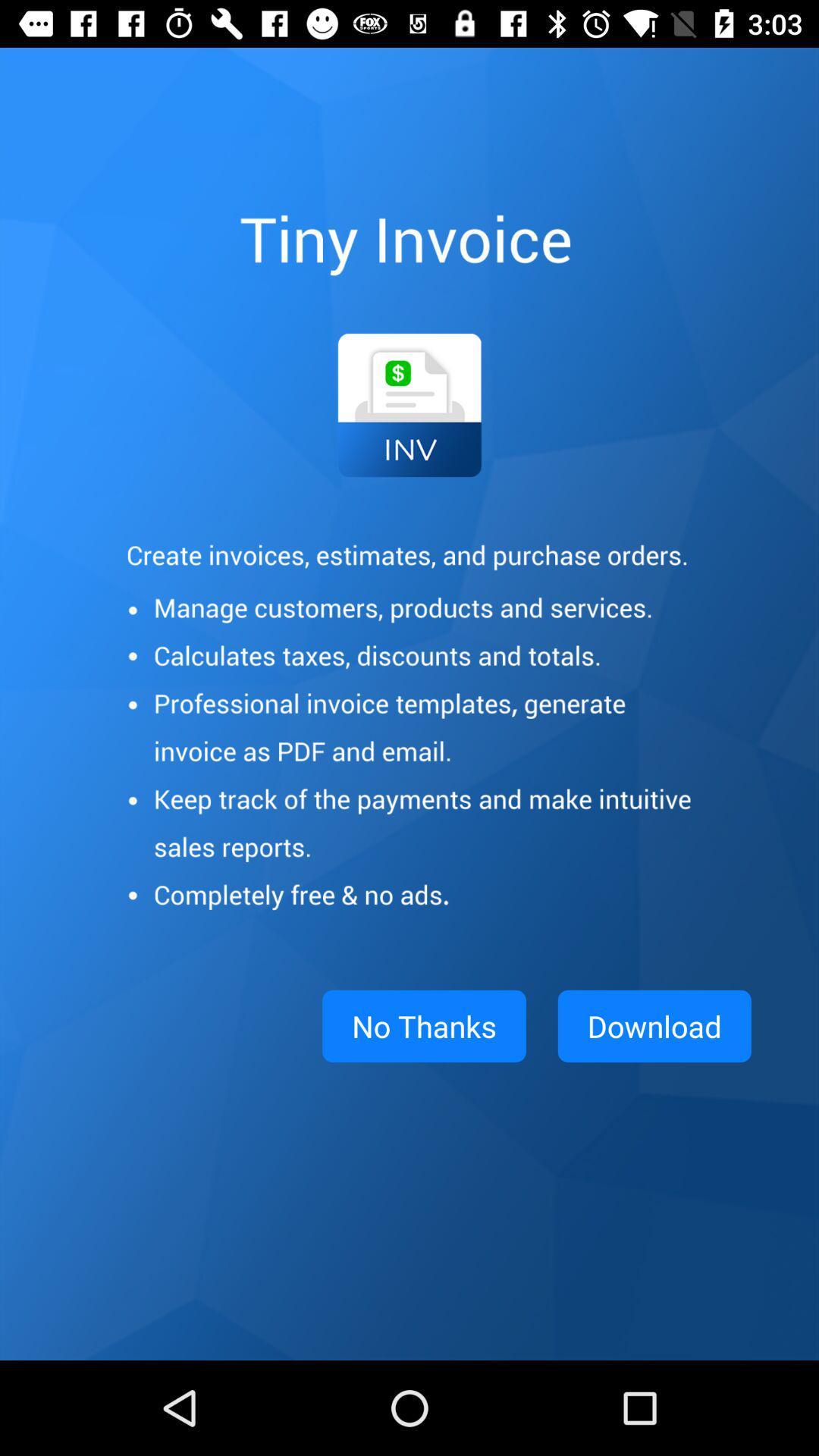  Describe the element at coordinates (654, 1026) in the screenshot. I see `app to the right of no thanks item` at that location.